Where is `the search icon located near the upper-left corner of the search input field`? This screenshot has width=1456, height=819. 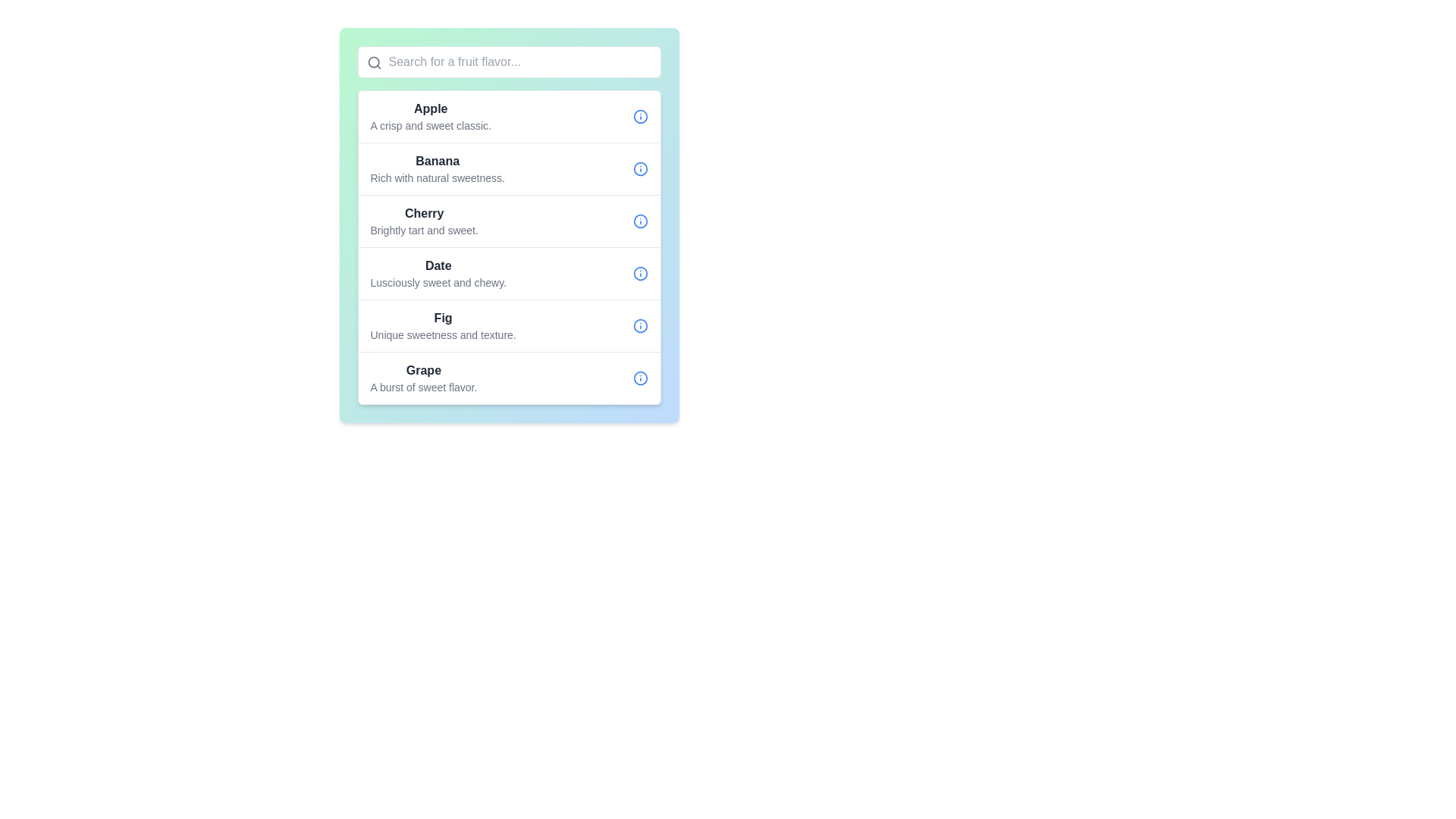 the search icon located near the upper-left corner of the search input field is located at coordinates (374, 62).